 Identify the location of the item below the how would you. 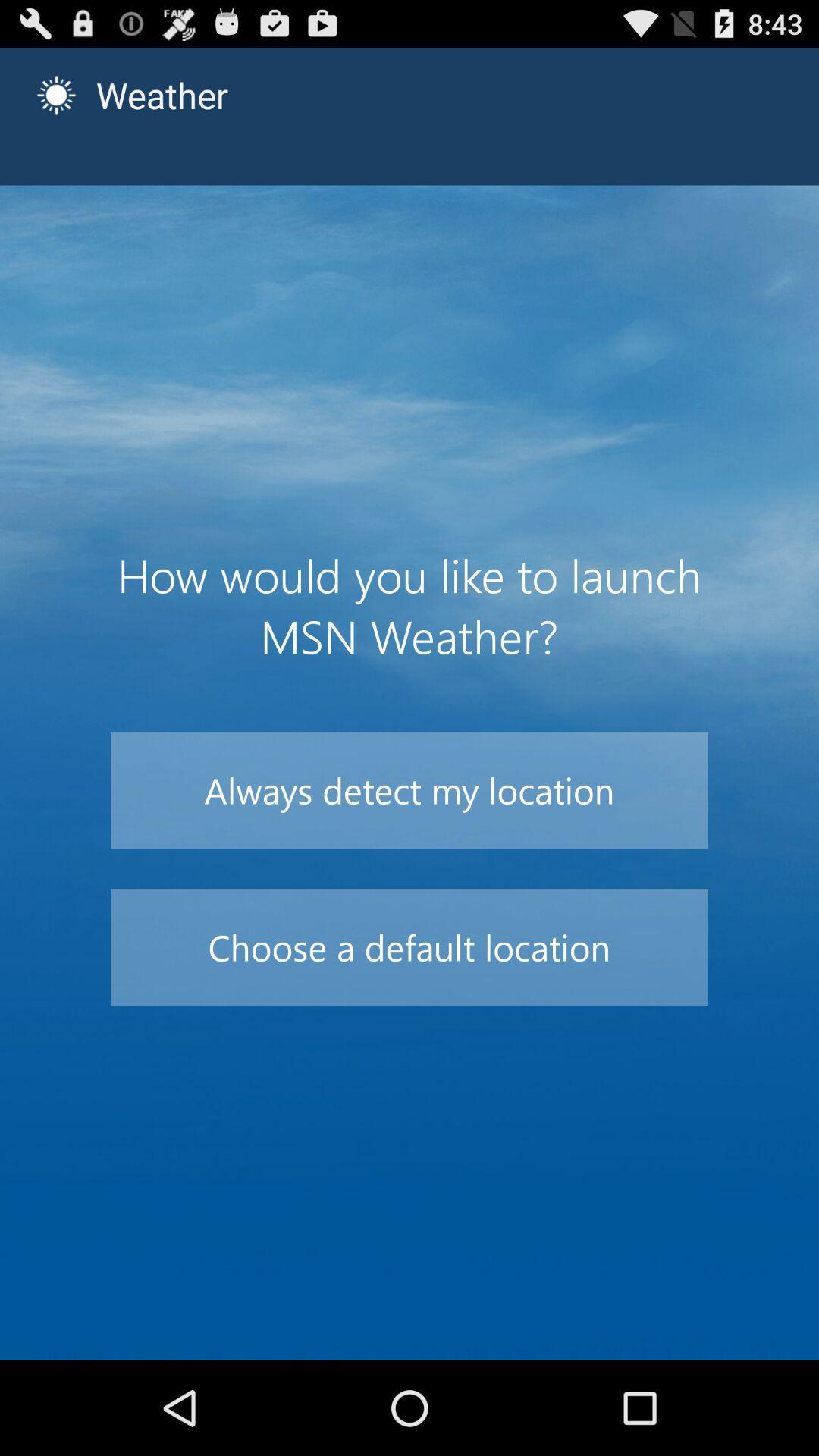
(409, 789).